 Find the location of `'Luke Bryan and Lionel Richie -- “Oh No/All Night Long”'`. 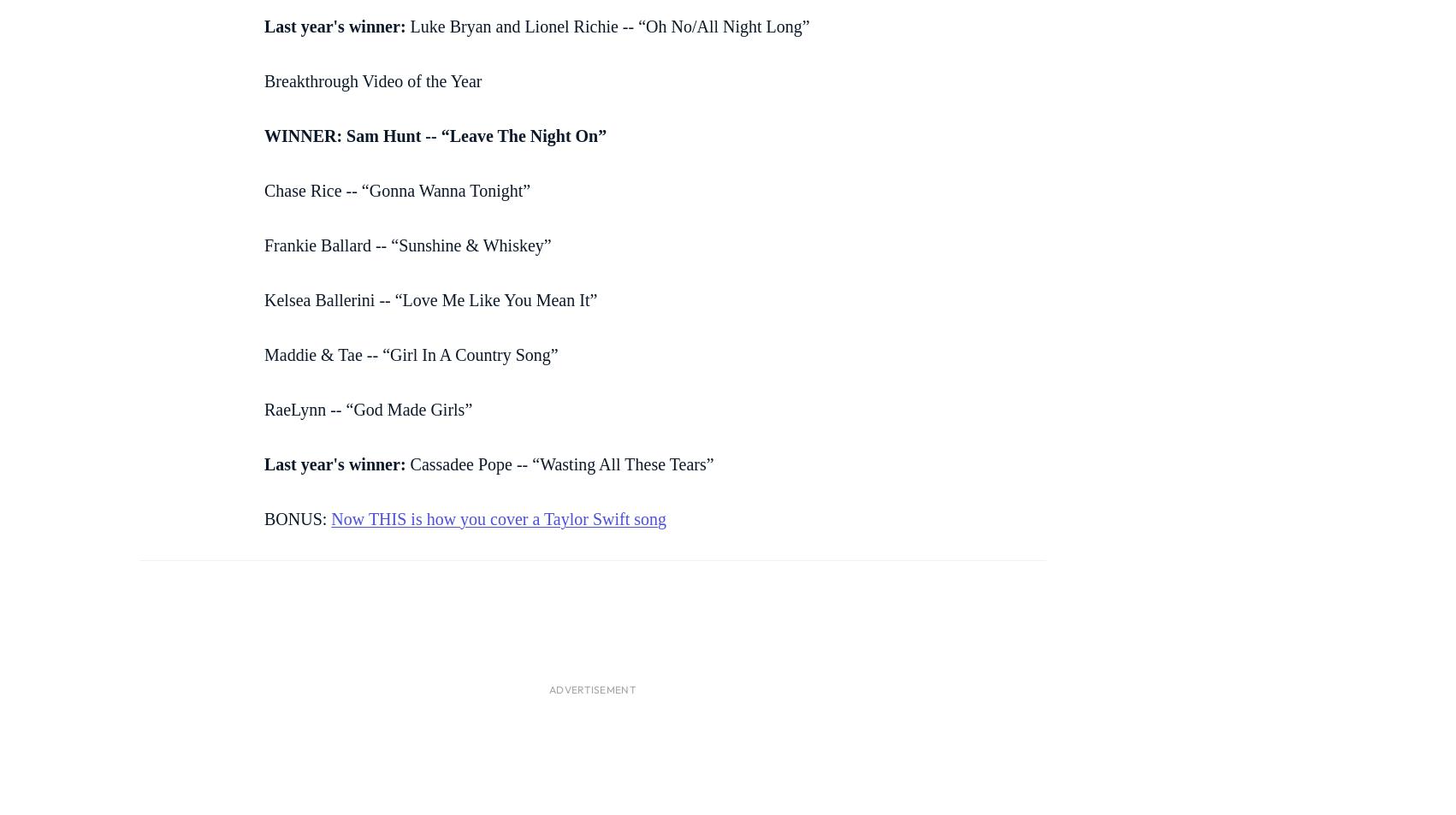

'Luke Bryan and Lionel Richie -- “Oh No/All Night Long”' is located at coordinates (607, 25).